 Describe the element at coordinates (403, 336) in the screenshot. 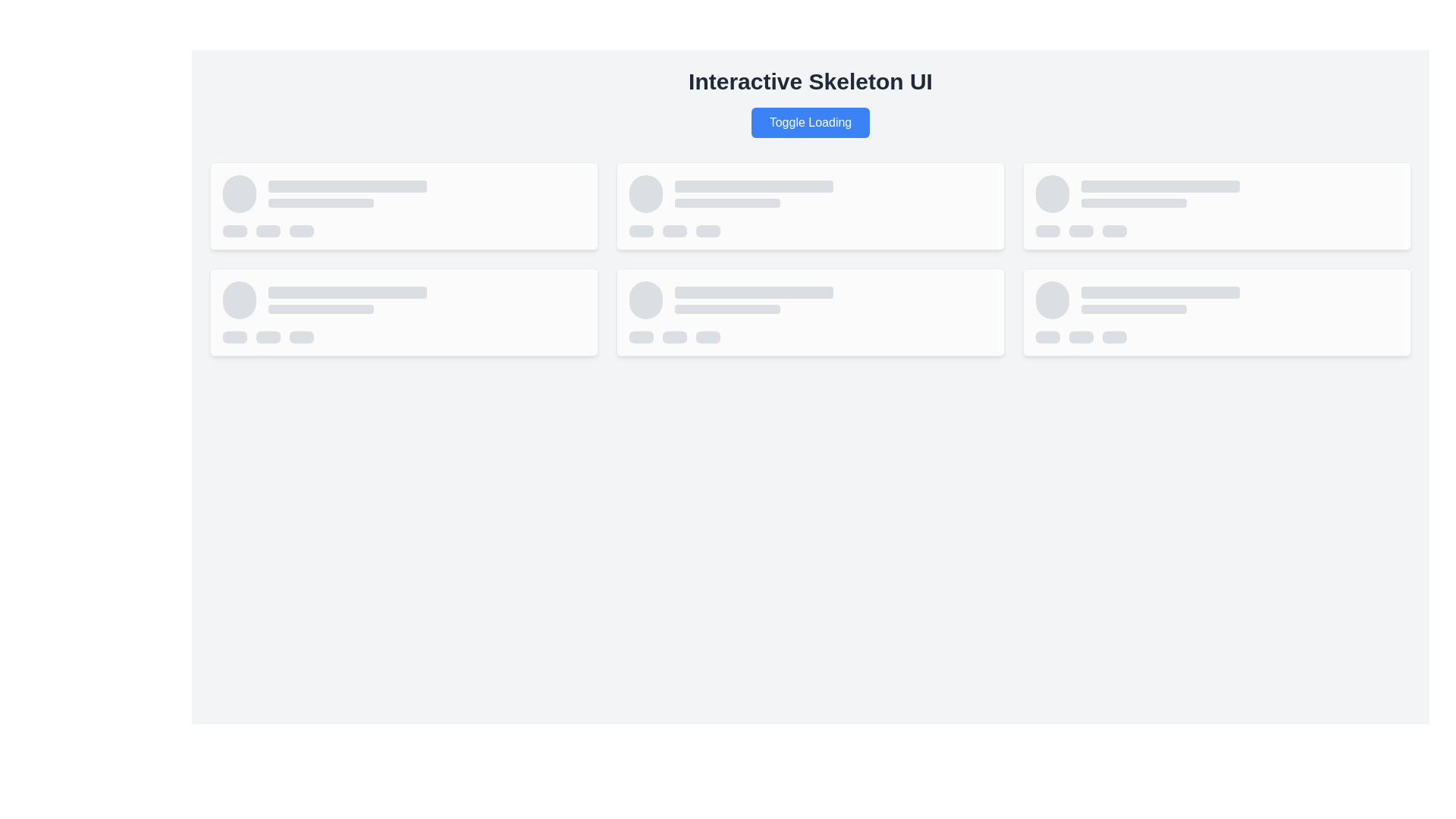

I see `the buttons within the horizontal Button Group located in the bottom section of a card, which features three small rounded gray buttons aligned evenly` at that location.